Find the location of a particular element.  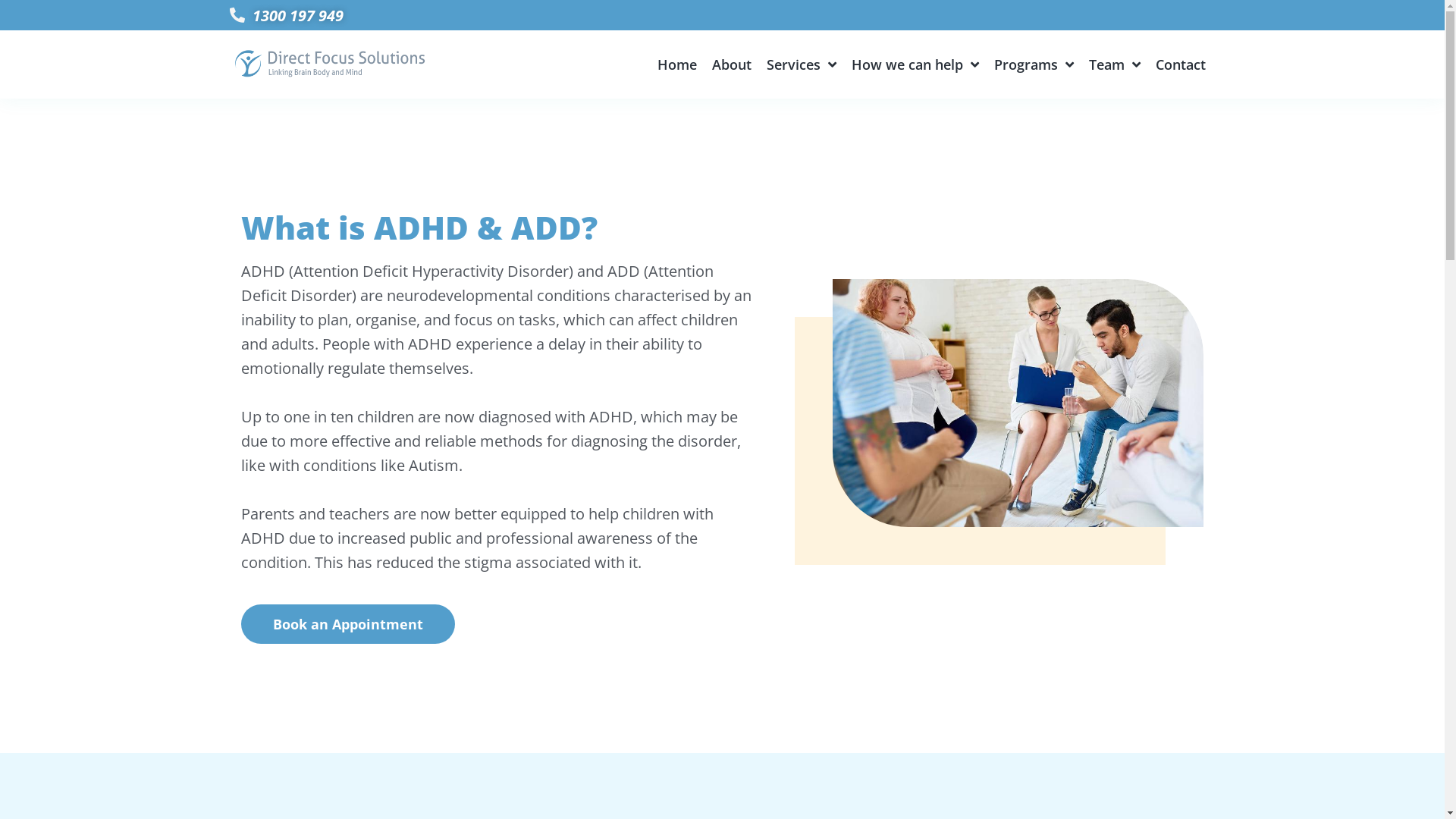

'About' is located at coordinates (731, 63).